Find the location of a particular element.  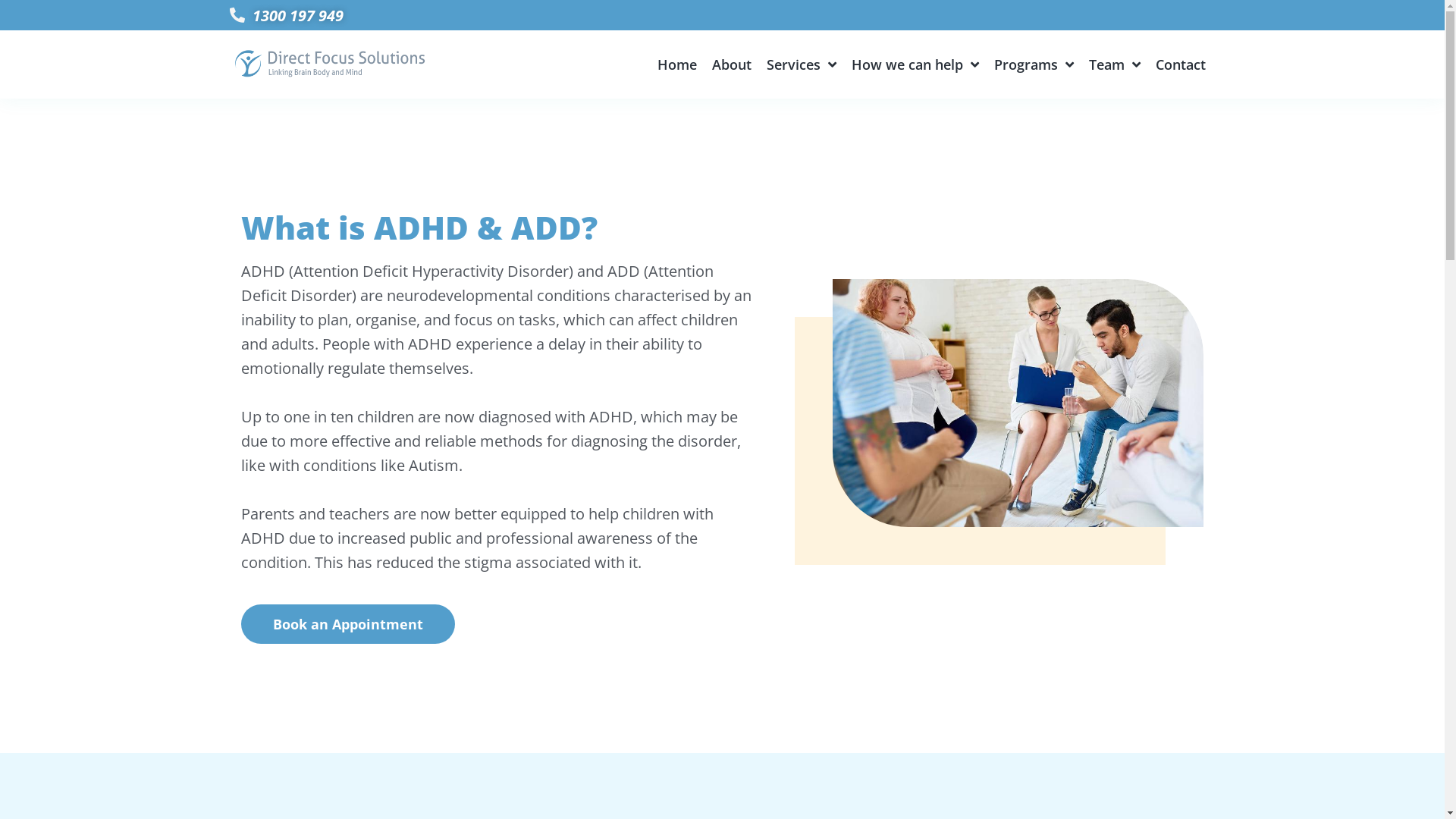

'About' is located at coordinates (731, 63).